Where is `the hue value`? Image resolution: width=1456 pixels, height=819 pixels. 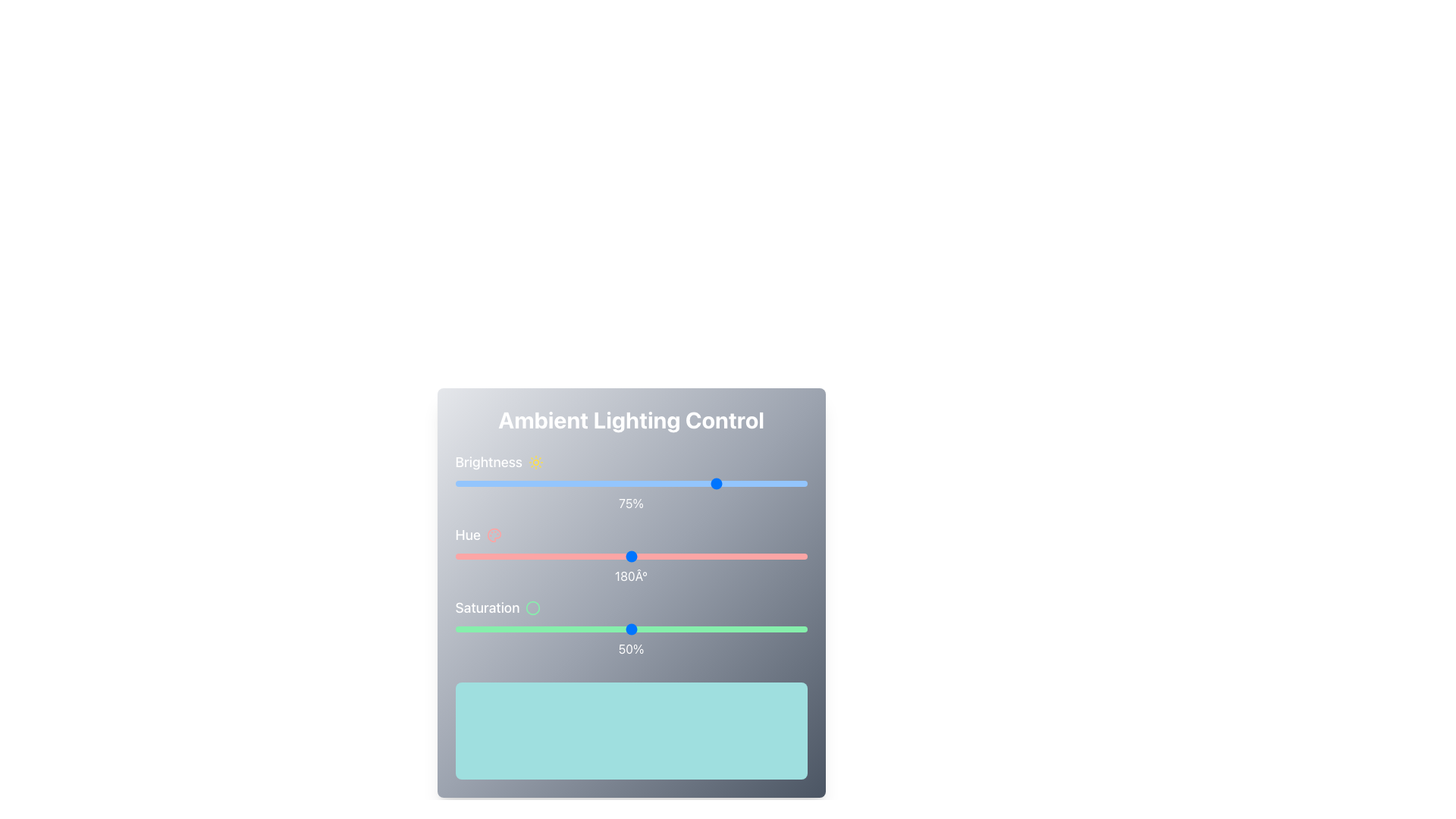 the hue value is located at coordinates (641, 556).